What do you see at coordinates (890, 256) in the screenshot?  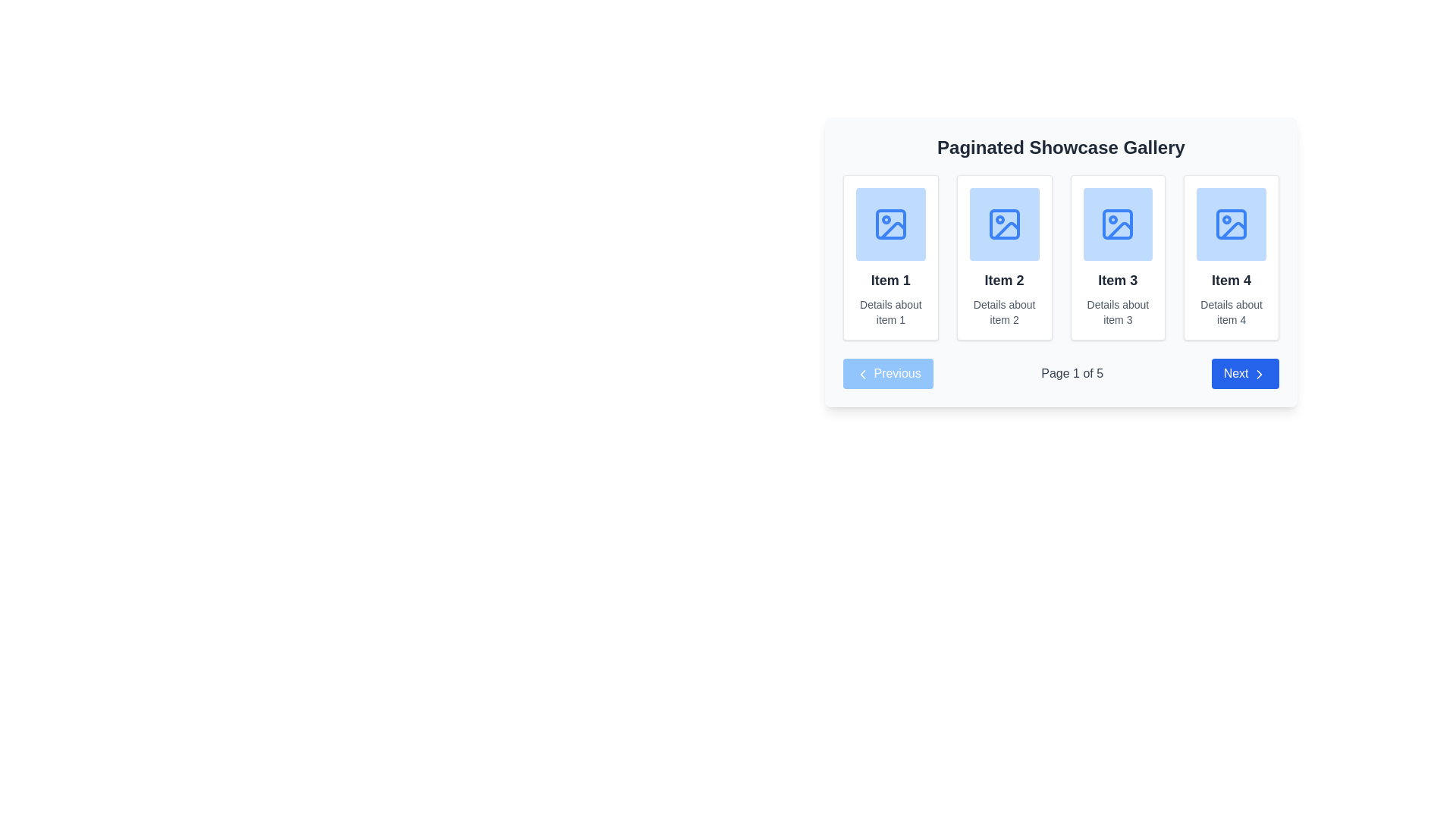 I see `the first item card in the gallery grid, which displays a preview image, title, and description` at bounding box center [890, 256].